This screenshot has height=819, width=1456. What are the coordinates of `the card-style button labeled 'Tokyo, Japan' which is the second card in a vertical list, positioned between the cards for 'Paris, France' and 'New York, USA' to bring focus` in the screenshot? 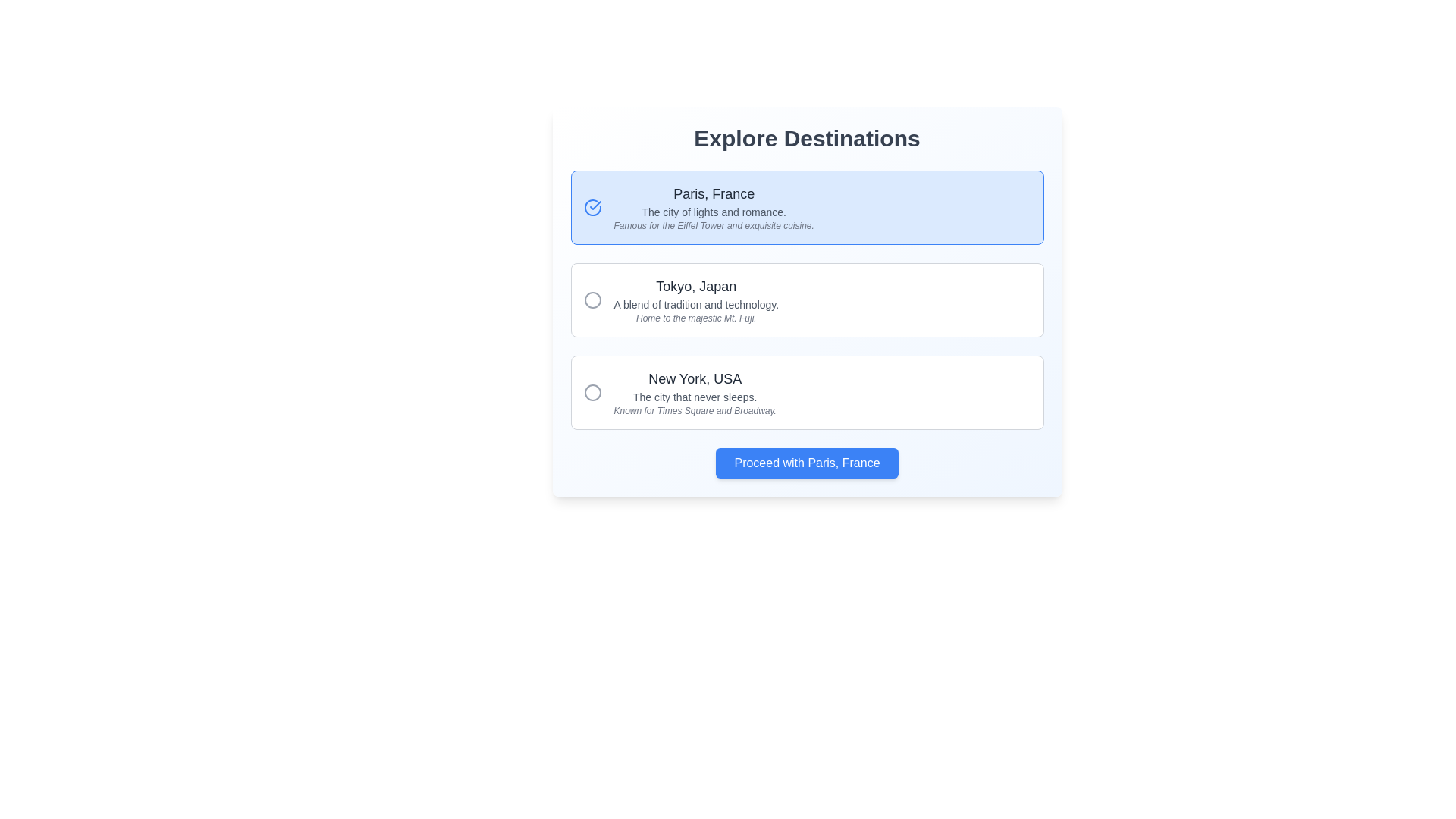 It's located at (806, 300).